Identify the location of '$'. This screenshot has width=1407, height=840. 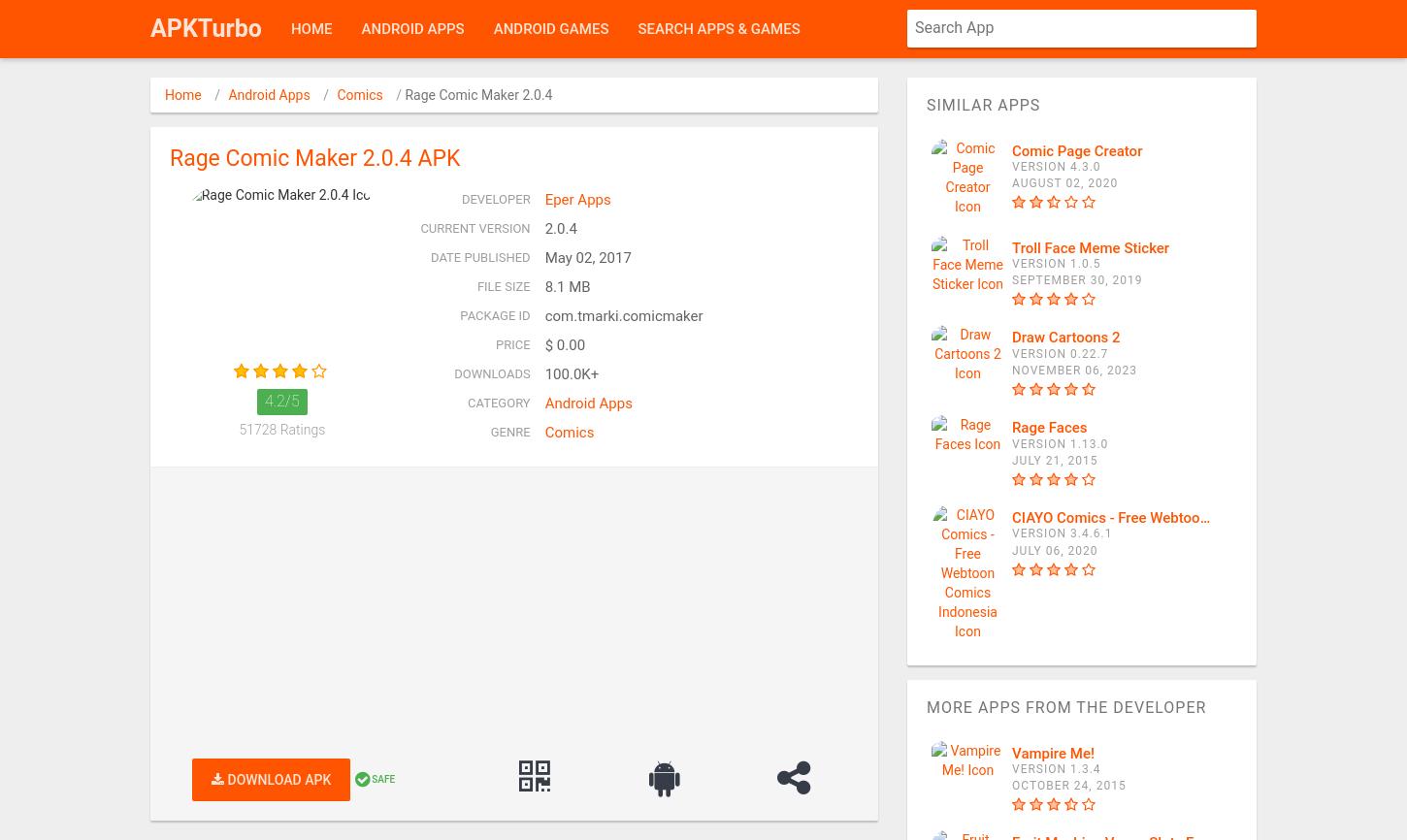
(548, 344).